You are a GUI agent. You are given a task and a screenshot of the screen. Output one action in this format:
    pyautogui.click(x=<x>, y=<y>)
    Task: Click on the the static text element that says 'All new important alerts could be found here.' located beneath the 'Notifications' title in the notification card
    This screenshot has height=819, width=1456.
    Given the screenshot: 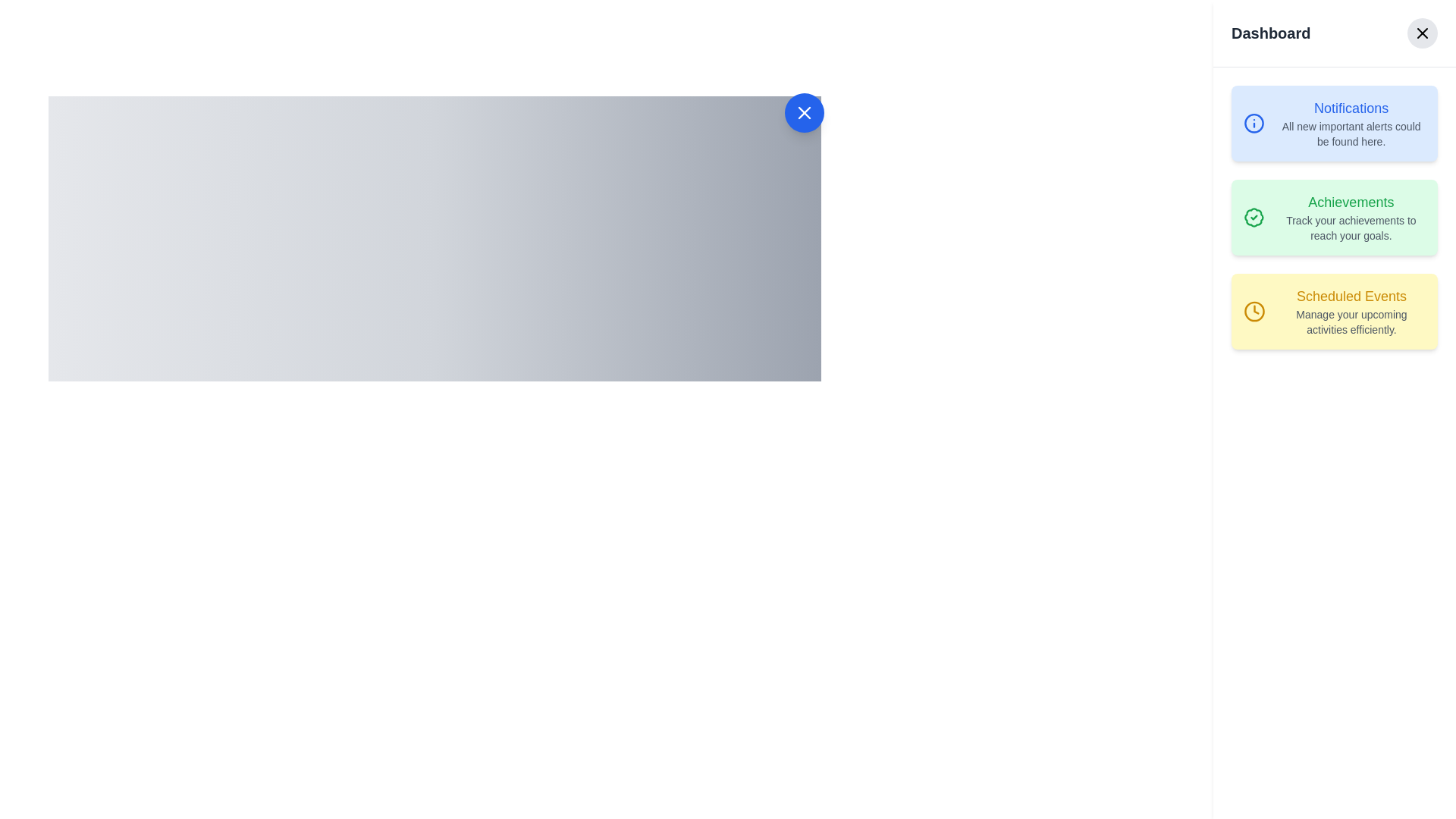 What is the action you would take?
    pyautogui.click(x=1351, y=133)
    